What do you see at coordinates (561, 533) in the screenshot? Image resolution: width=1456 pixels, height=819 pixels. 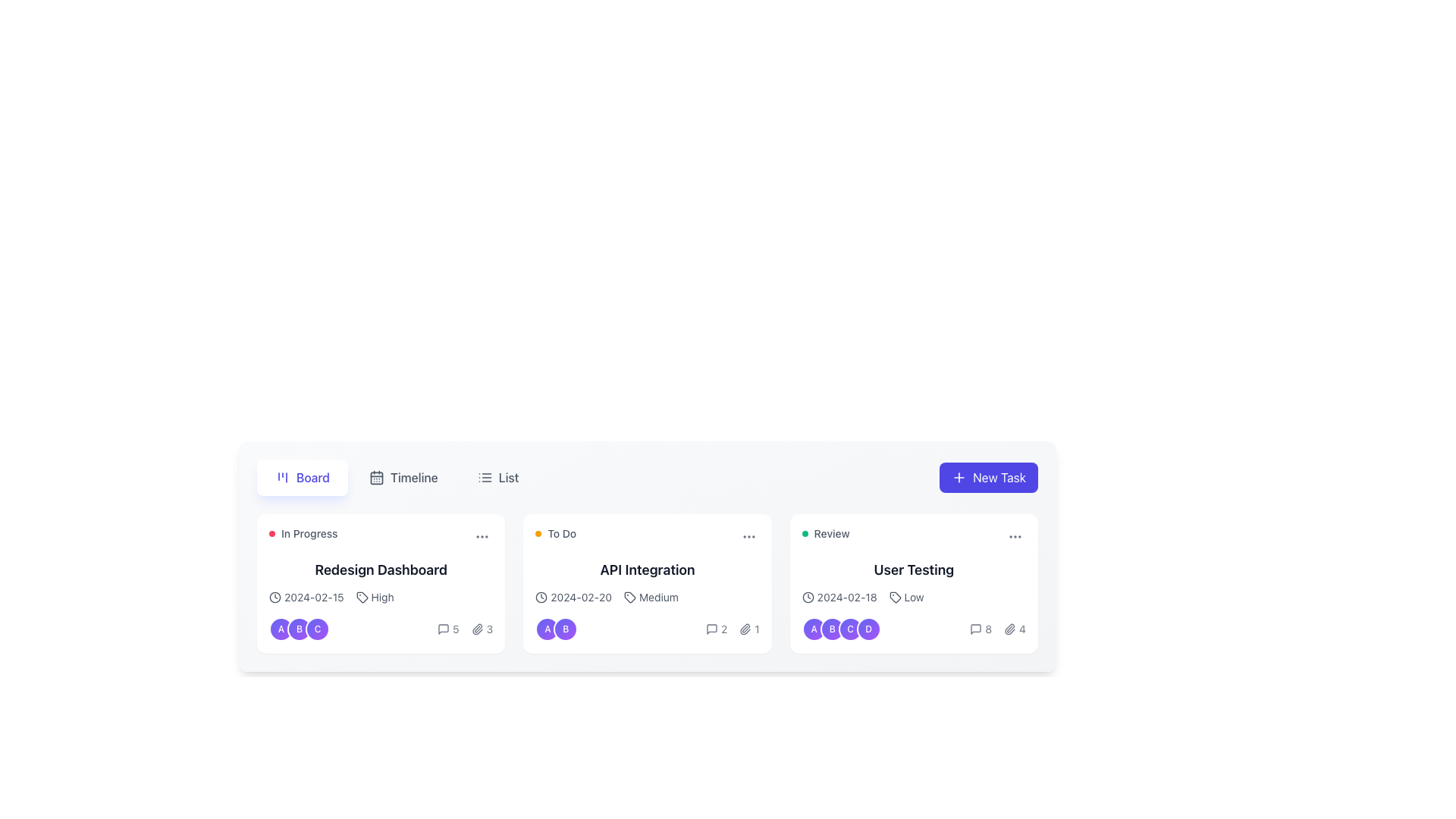 I see `the 'To Do' text label, which is styled with a small font size and medium weight` at bounding box center [561, 533].